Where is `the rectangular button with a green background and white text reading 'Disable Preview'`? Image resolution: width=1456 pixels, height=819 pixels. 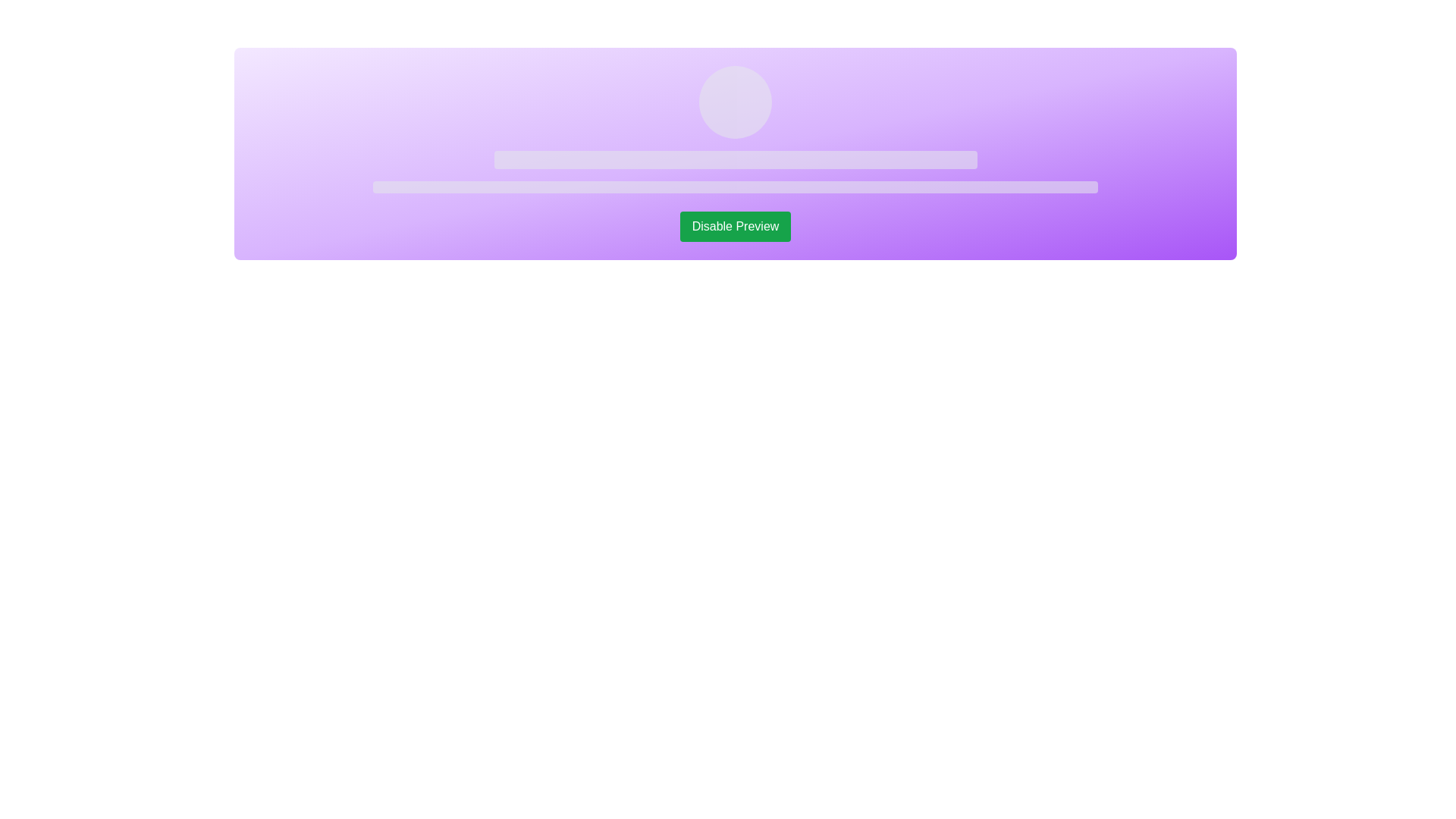
the rectangular button with a green background and white text reading 'Disable Preview' is located at coordinates (735, 227).